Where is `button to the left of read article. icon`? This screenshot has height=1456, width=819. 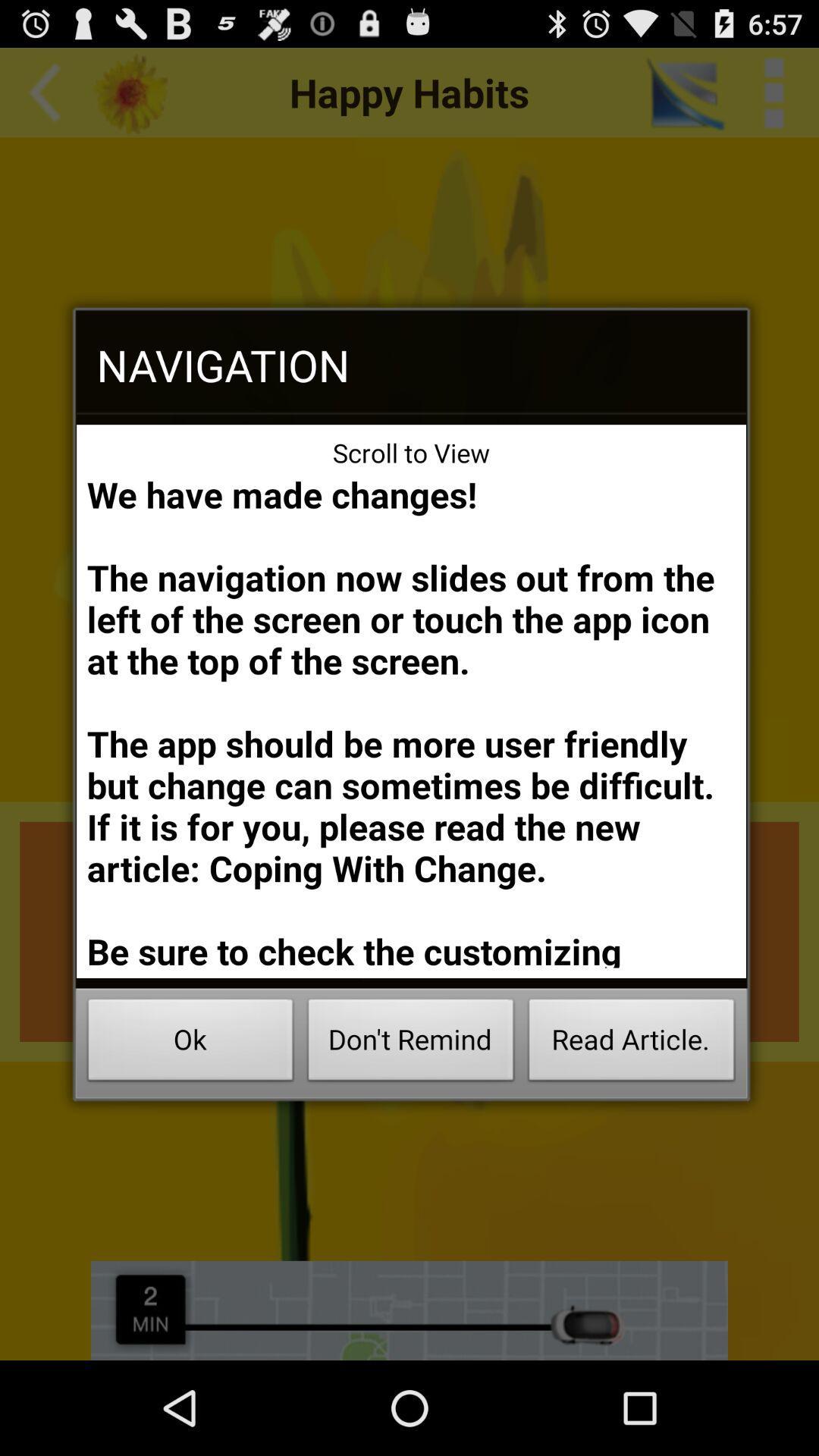 button to the left of read article. icon is located at coordinates (411, 1043).